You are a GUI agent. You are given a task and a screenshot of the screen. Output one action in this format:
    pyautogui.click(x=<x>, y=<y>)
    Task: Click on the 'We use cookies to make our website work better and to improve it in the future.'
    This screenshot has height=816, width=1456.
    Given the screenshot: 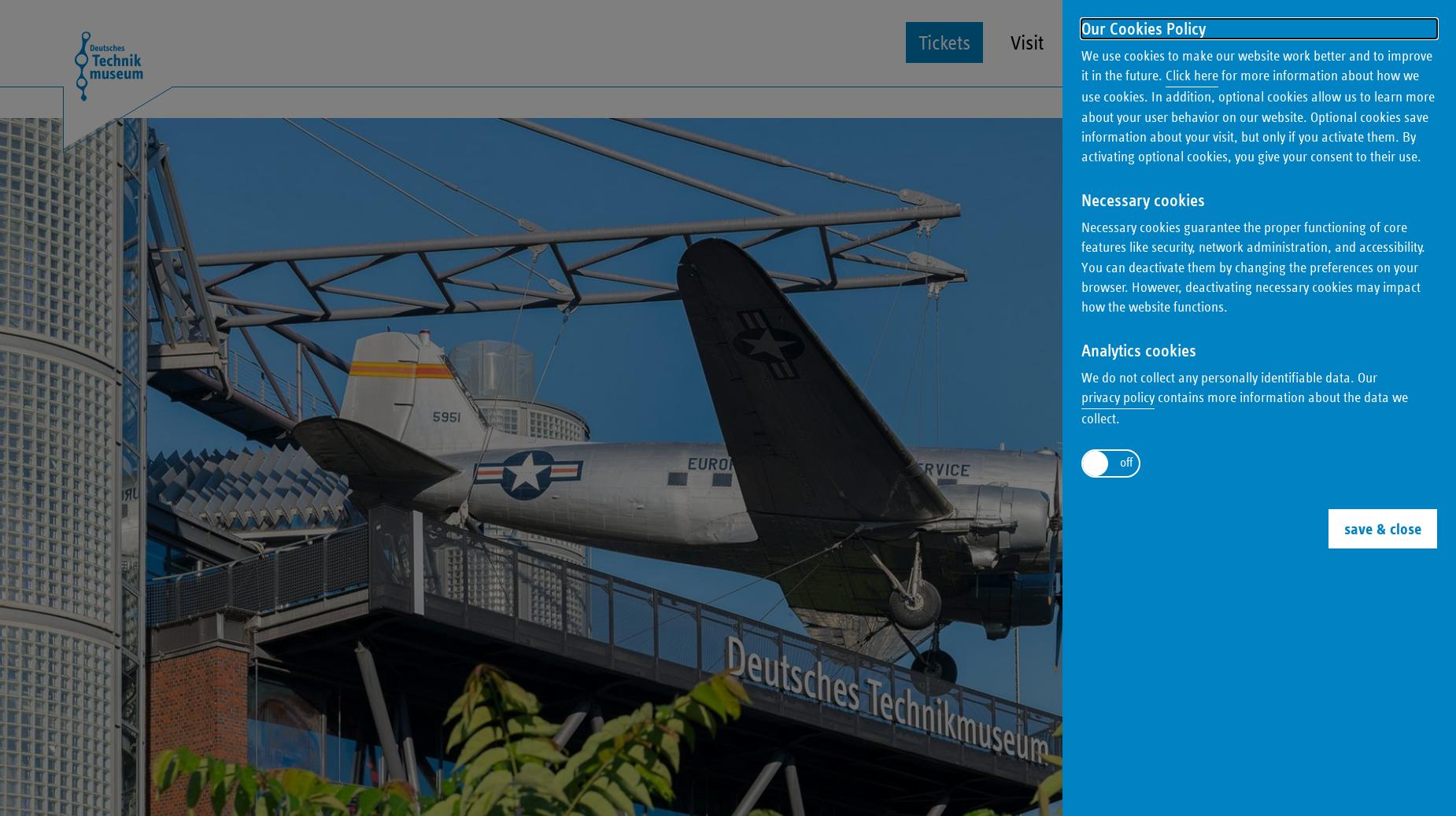 What is the action you would take?
    pyautogui.click(x=1256, y=65)
    